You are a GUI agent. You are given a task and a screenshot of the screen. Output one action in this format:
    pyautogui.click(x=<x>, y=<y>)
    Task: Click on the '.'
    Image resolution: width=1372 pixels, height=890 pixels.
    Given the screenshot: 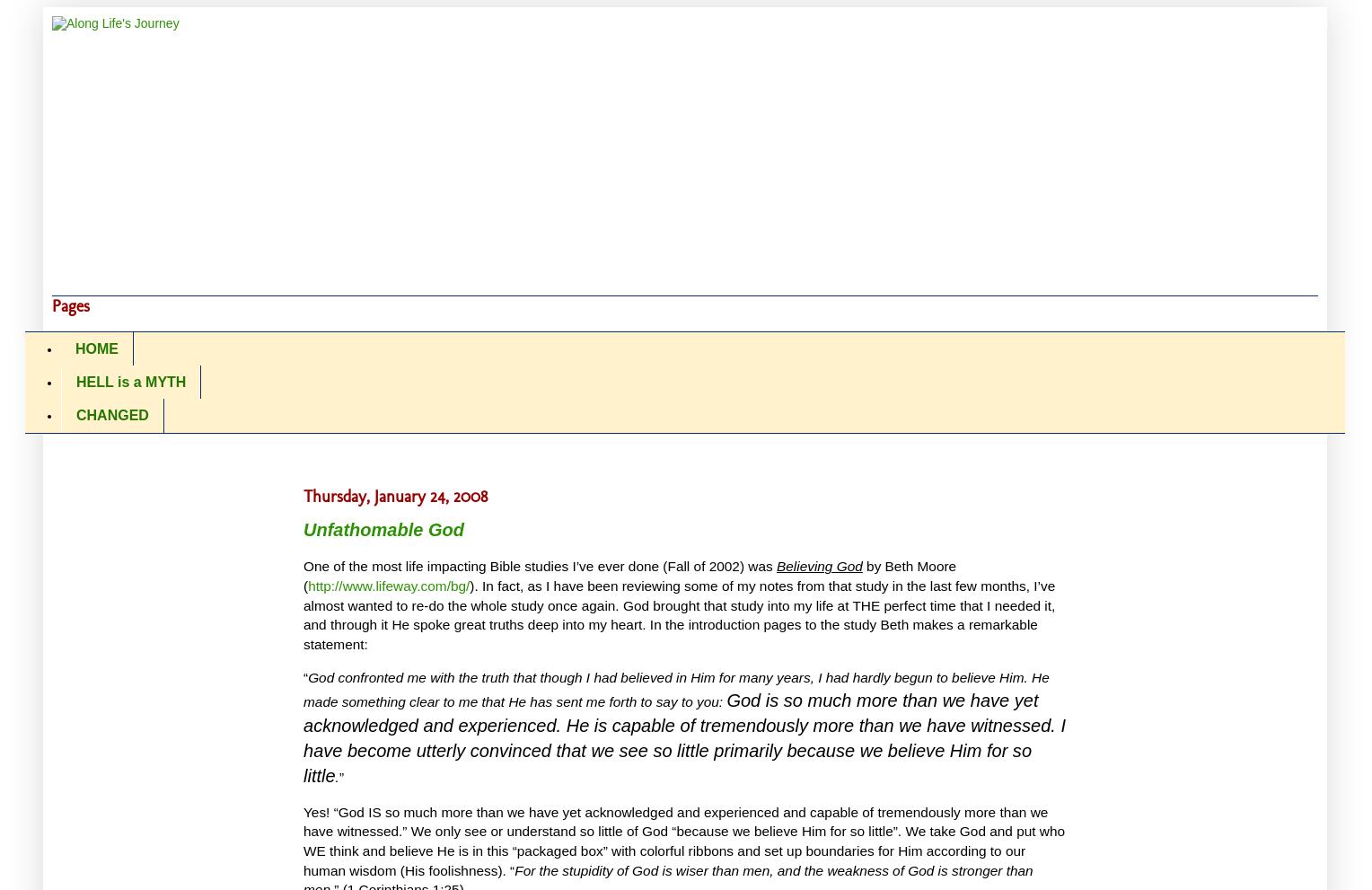 What is the action you would take?
    pyautogui.click(x=333, y=776)
    